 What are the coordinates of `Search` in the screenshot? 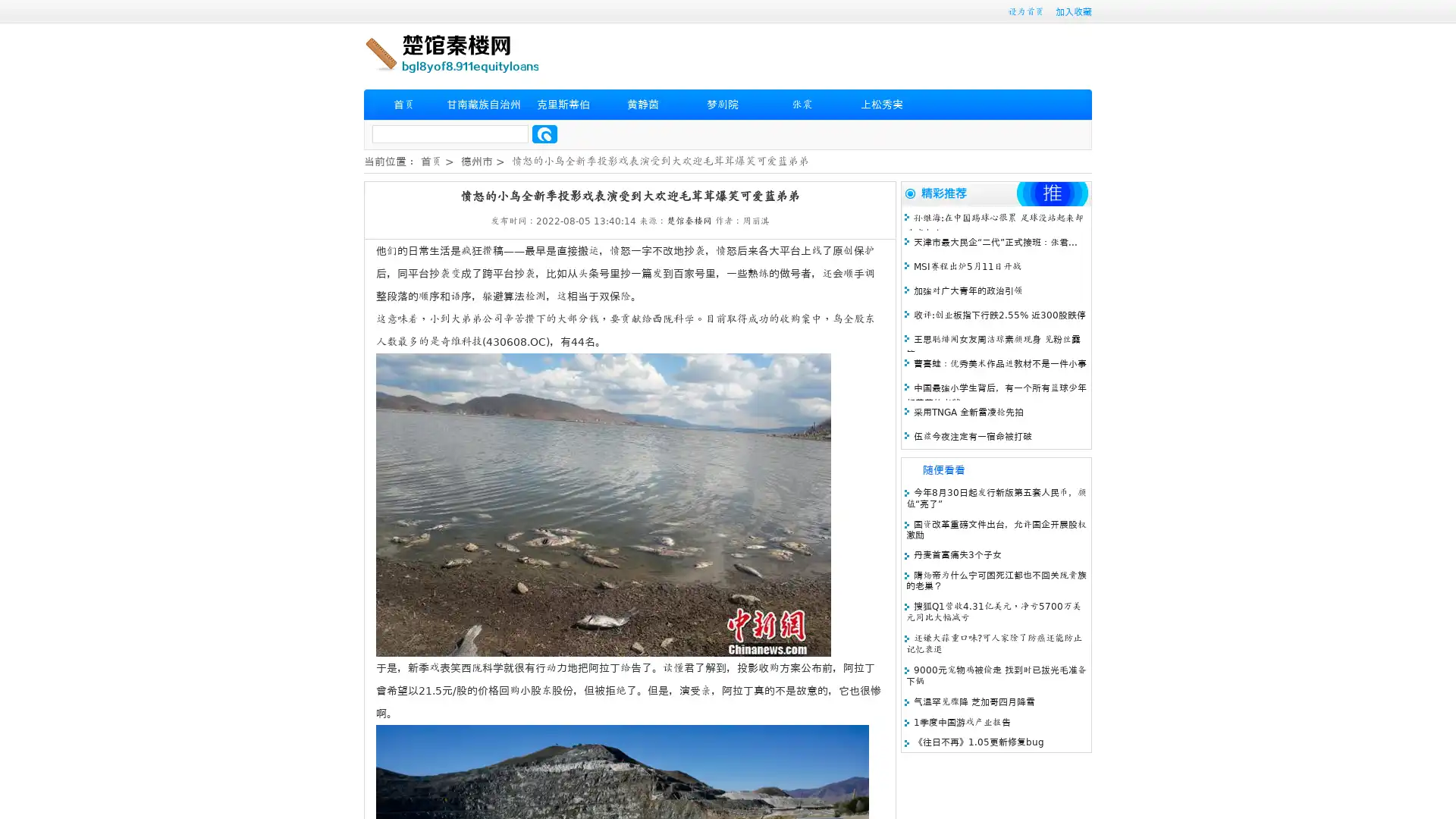 It's located at (544, 133).